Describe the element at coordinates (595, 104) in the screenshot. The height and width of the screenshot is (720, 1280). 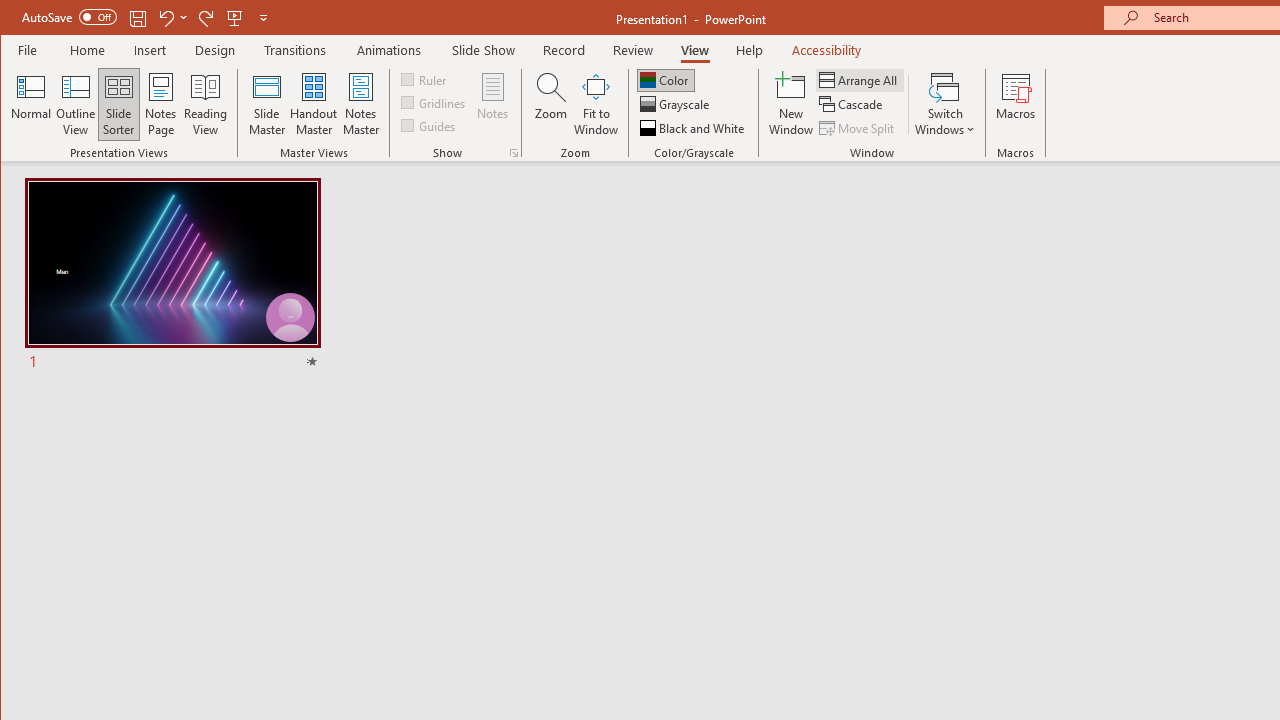
I see `'Fit to Window'` at that location.